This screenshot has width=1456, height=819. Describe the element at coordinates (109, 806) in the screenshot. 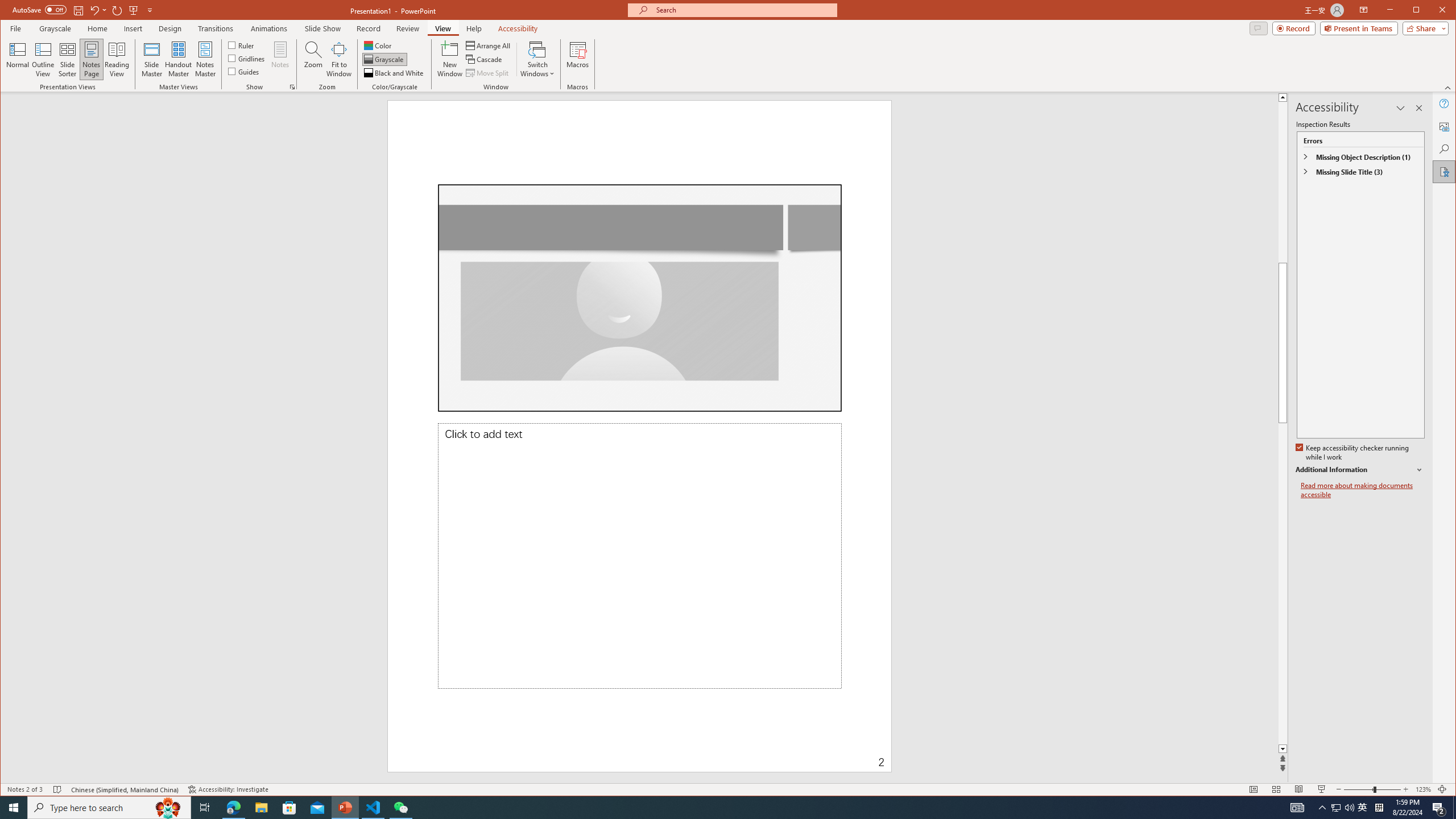

I see `'Type here to search'` at that location.